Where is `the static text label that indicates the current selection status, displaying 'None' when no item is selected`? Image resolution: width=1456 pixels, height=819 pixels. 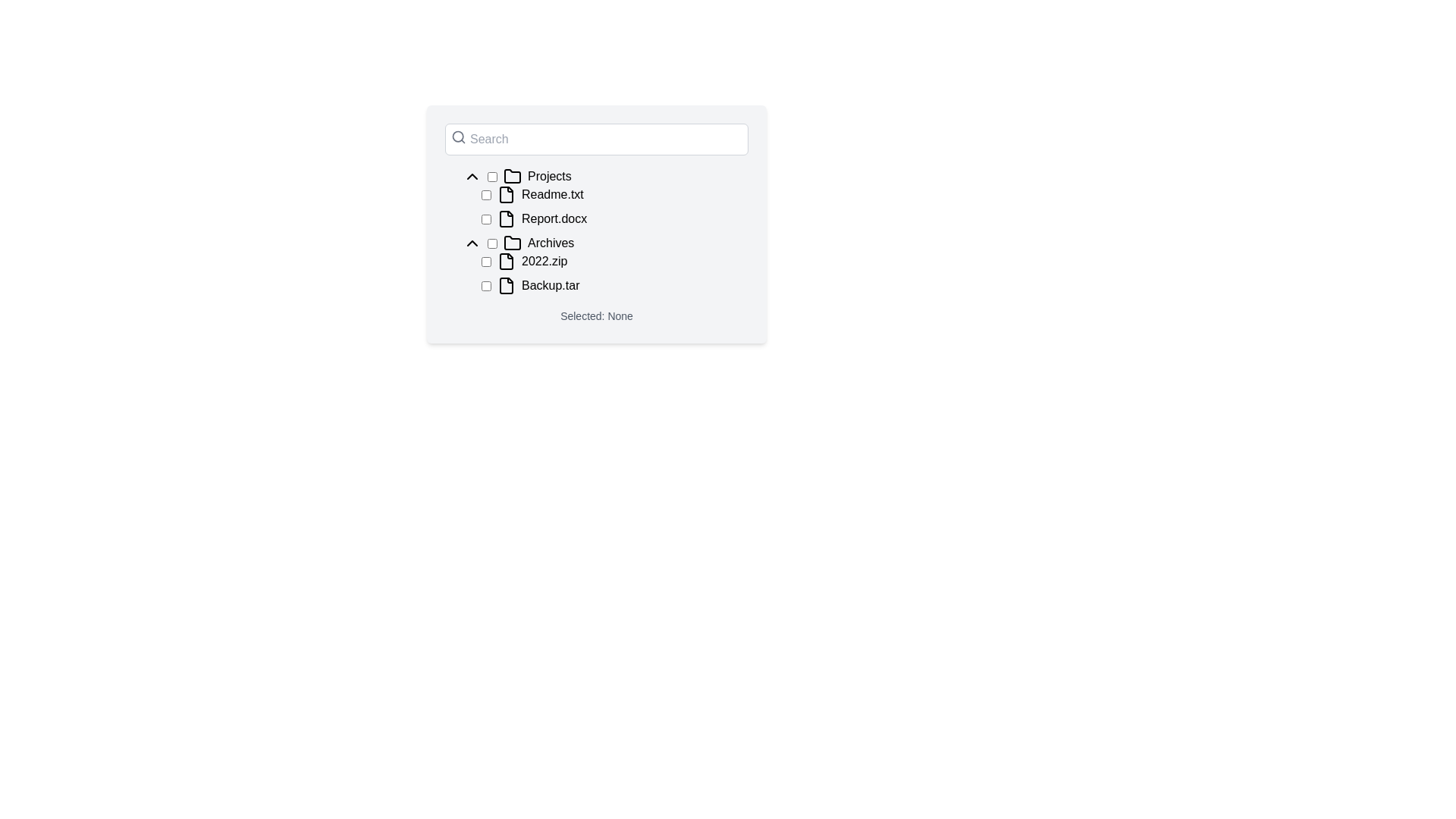 the static text label that indicates the current selection status, displaying 'None' when no item is selected is located at coordinates (596, 315).